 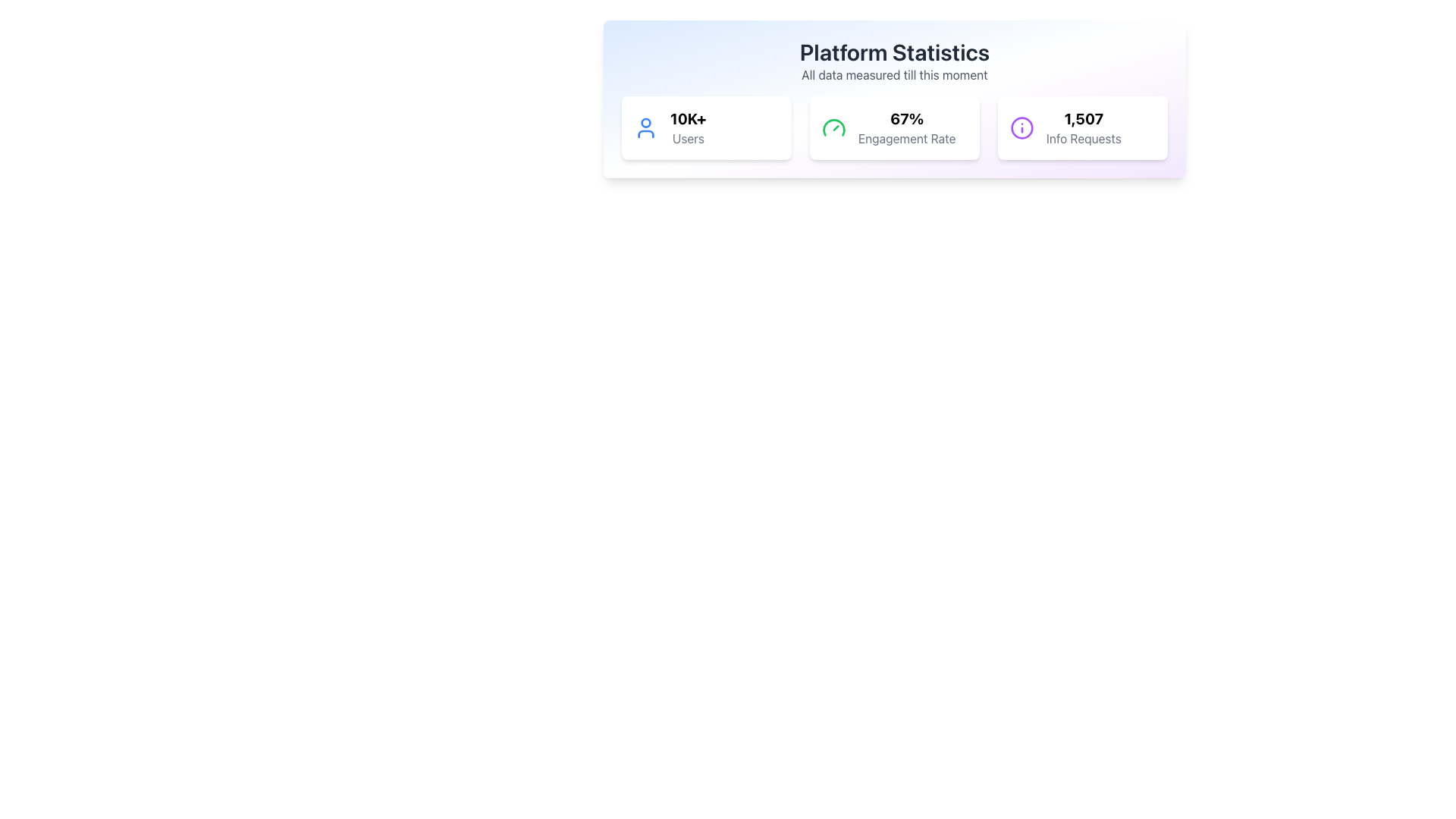 What do you see at coordinates (645, 122) in the screenshot?
I see `the small circular graphical component that represents the head of the blue user icon located in the upper part of the icon, situated in the left-most card of the statistics panel` at bounding box center [645, 122].